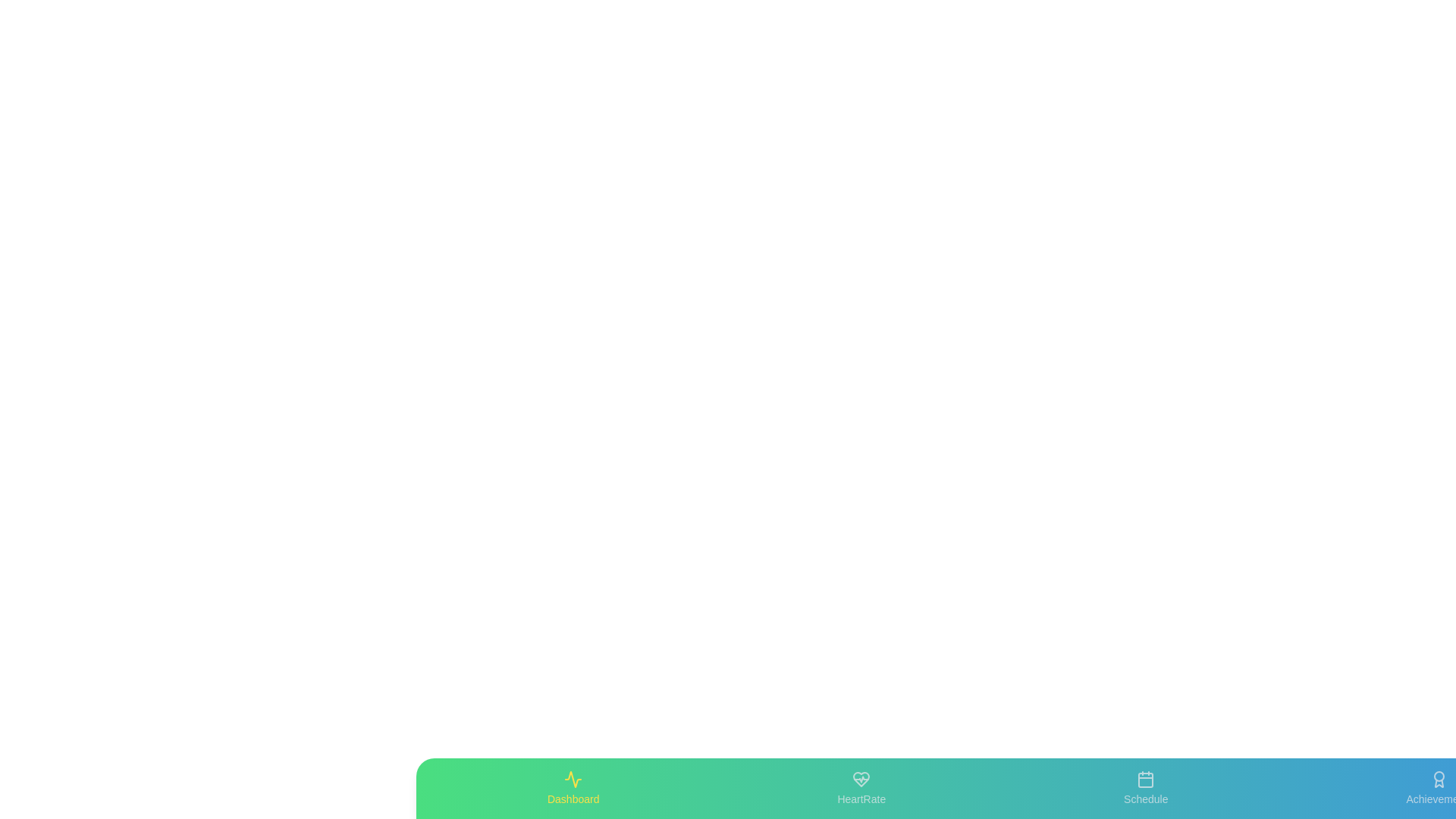  I want to click on the Achievements tab in the navigation bar, so click(1438, 788).